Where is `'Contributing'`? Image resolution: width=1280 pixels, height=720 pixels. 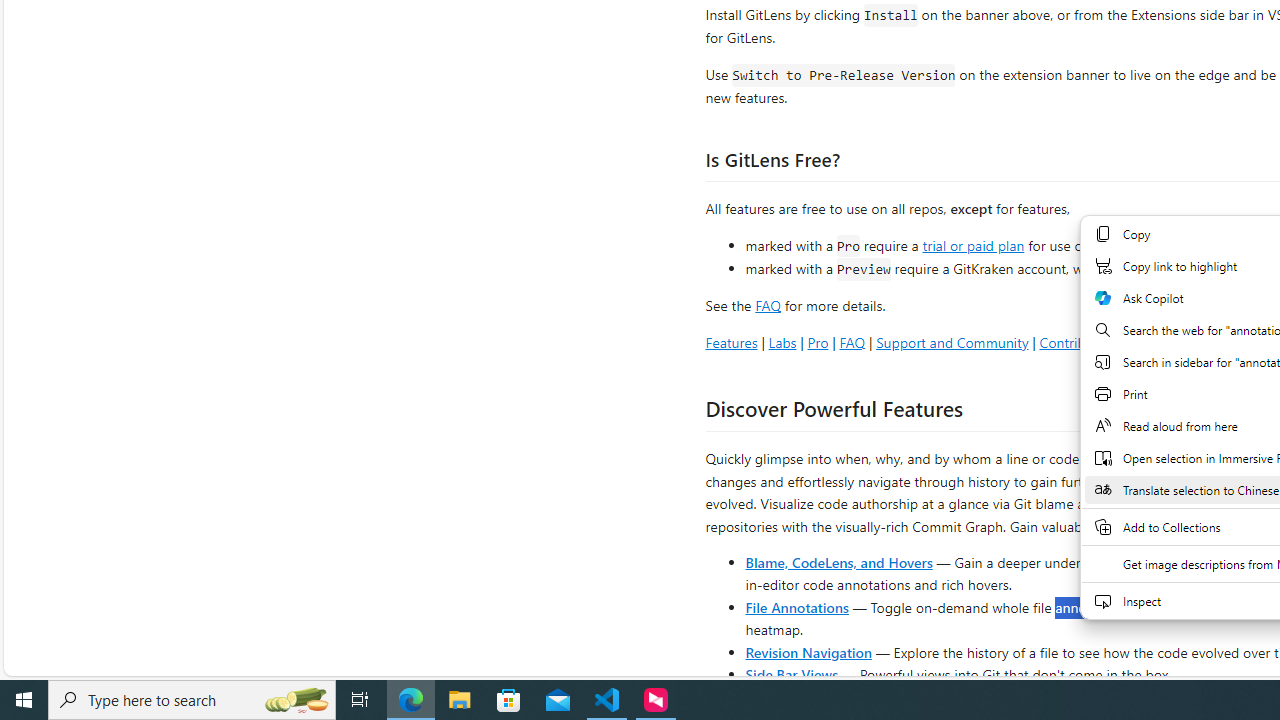 'Contributing' is located at coordinates (1077, 341).